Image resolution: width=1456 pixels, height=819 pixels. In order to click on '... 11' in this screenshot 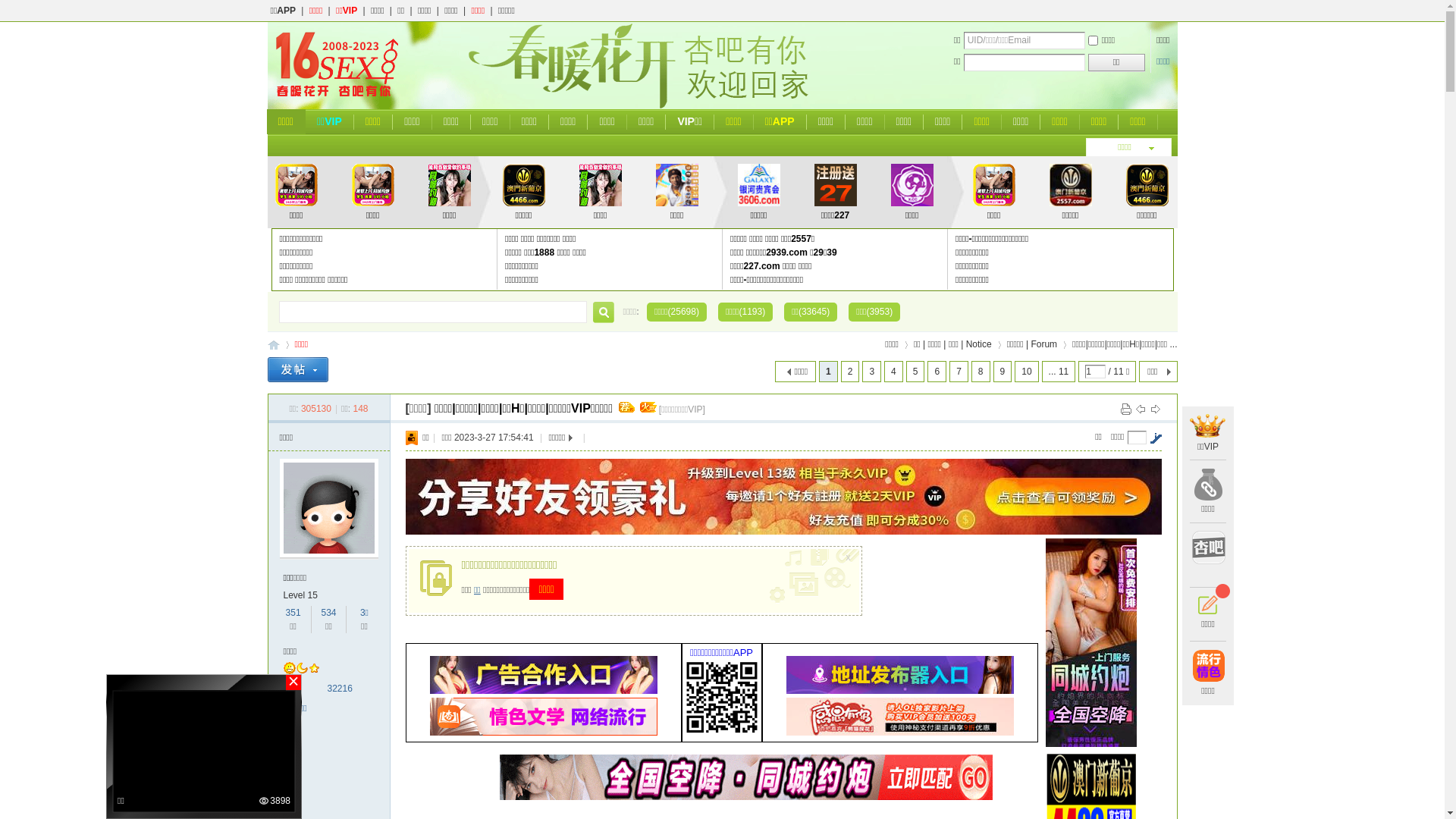, I will do `click(1058, 371)`.